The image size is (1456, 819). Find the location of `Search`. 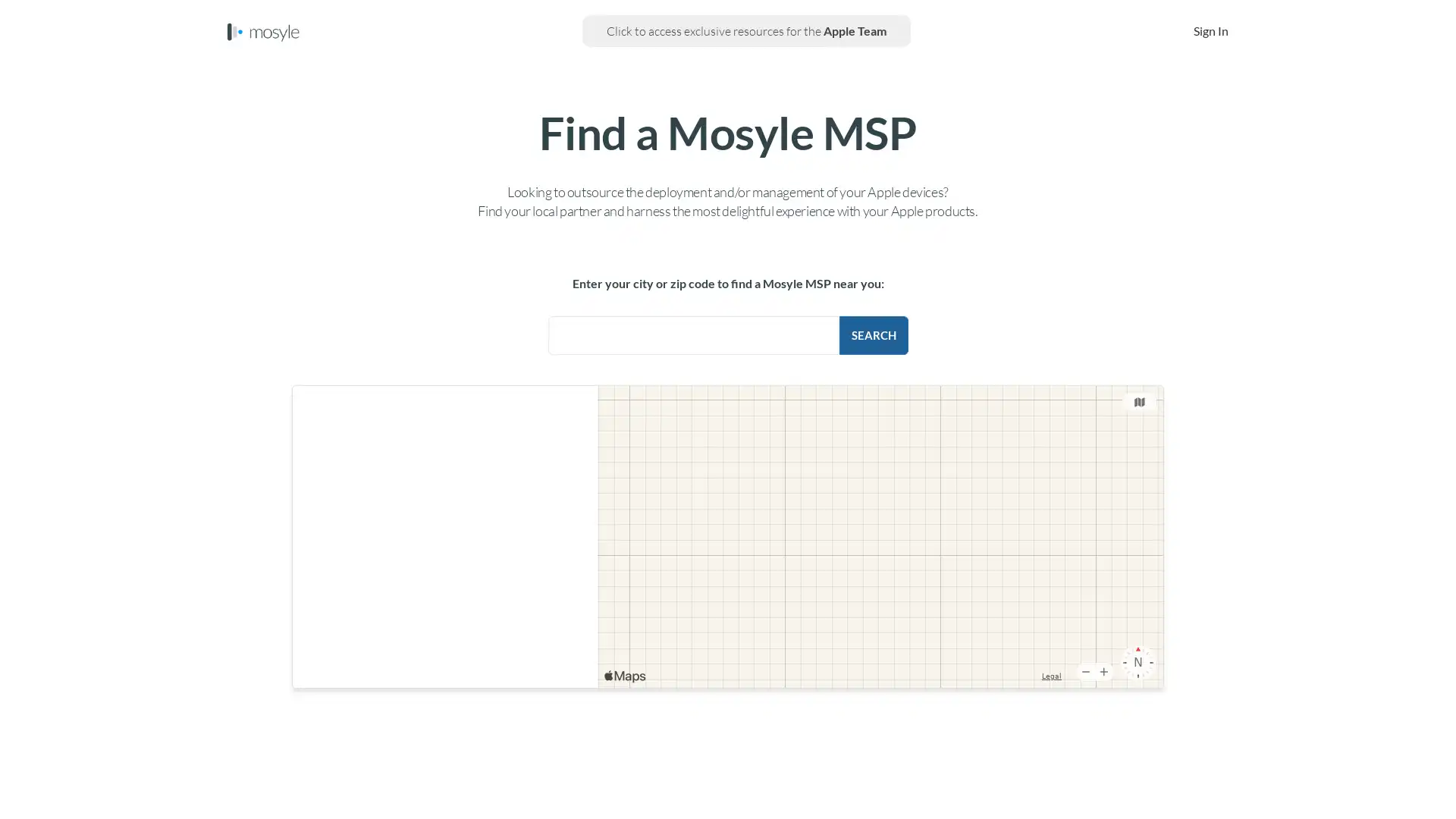

Search is located at coordinates (873, 334).